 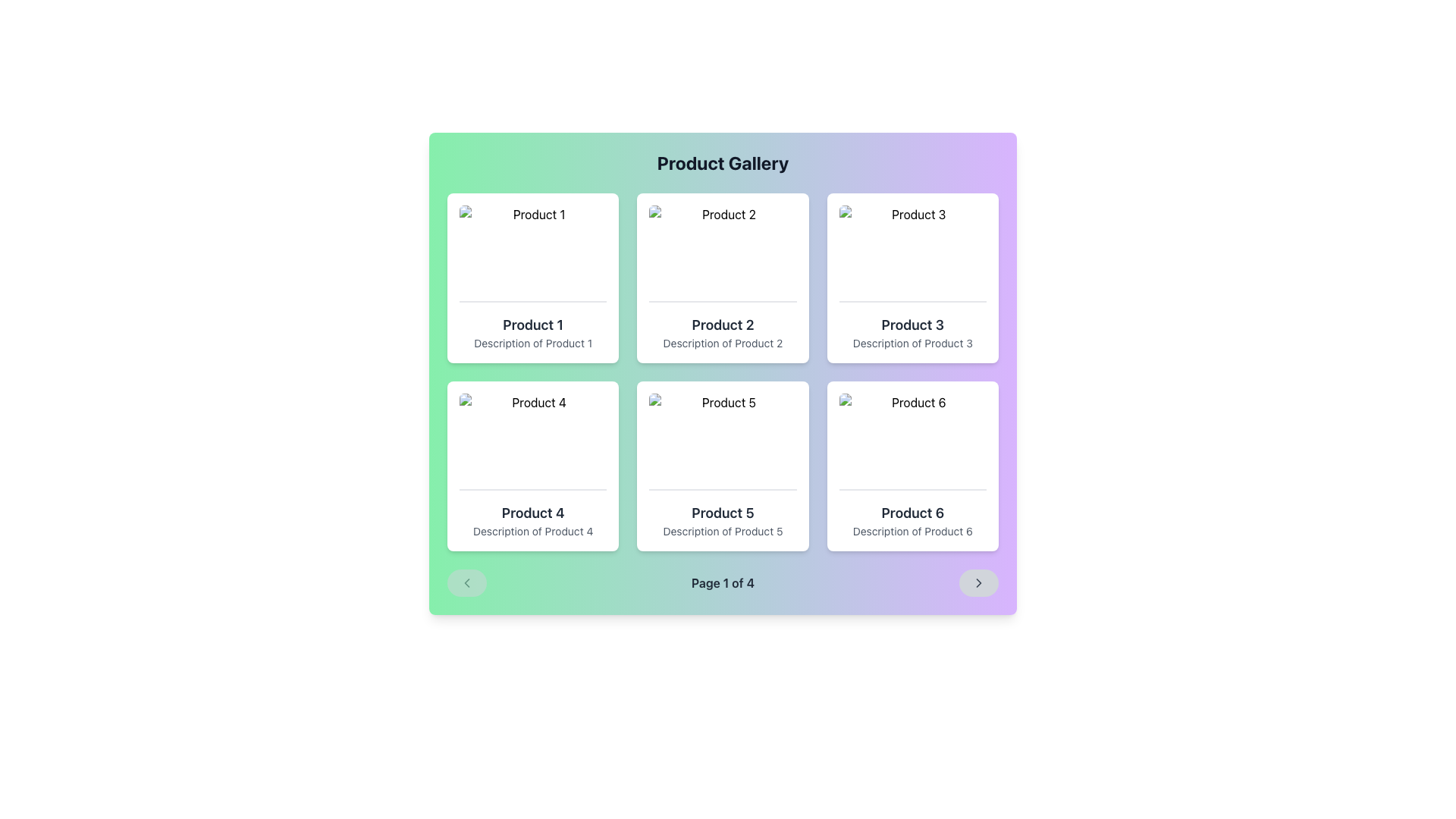 I want to click on the image labeled 'Product 1' to zoom in, which is located at the top section of the card in the first row and first column of a grid layout, so click(x=533, y=253).